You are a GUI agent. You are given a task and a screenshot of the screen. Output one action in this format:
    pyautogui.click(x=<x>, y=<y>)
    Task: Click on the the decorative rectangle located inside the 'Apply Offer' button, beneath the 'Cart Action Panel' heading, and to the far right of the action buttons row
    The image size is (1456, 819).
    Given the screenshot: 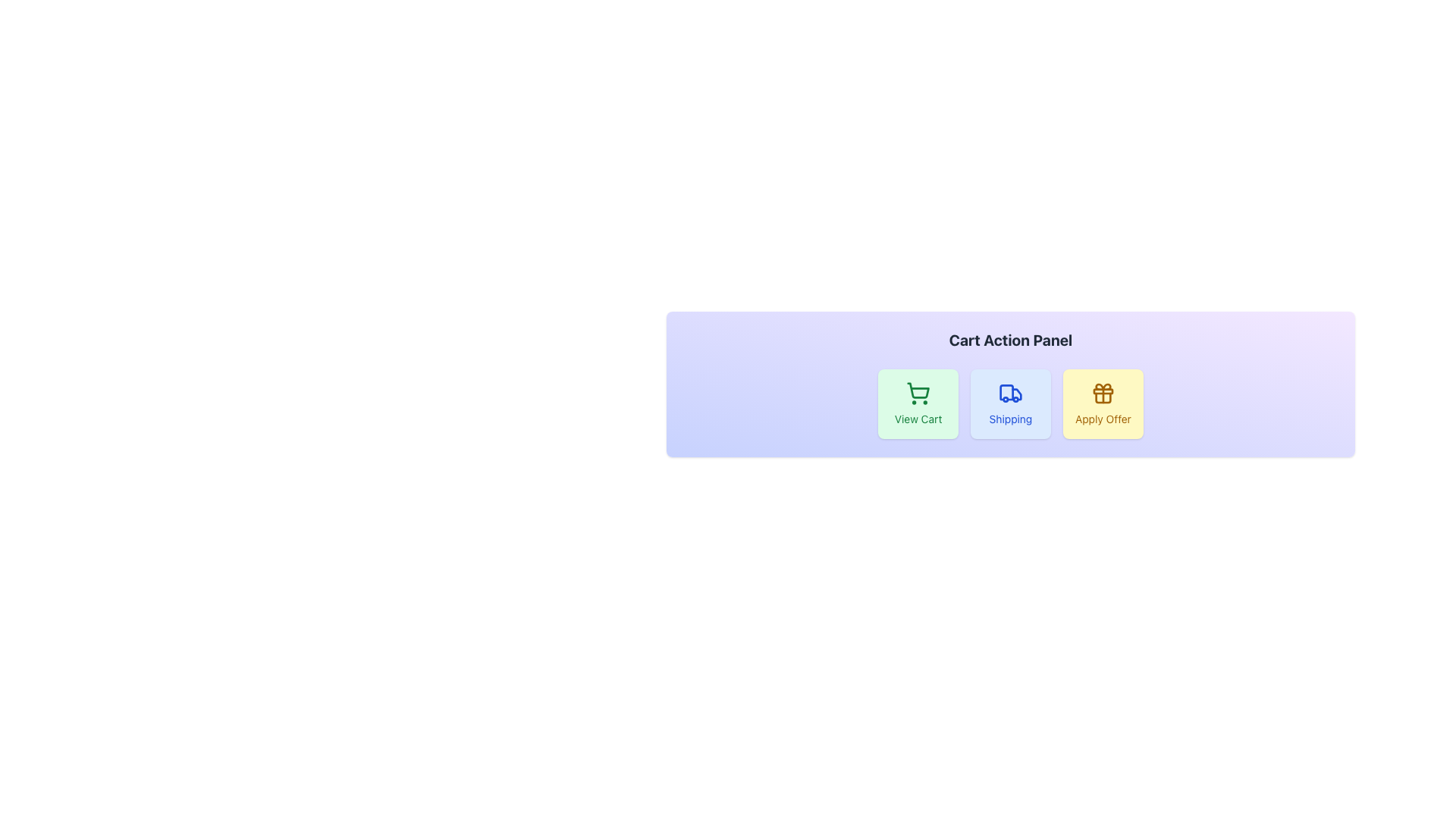 What is the action you would take?
    pyautogui.click(x=1103, y=391)
    